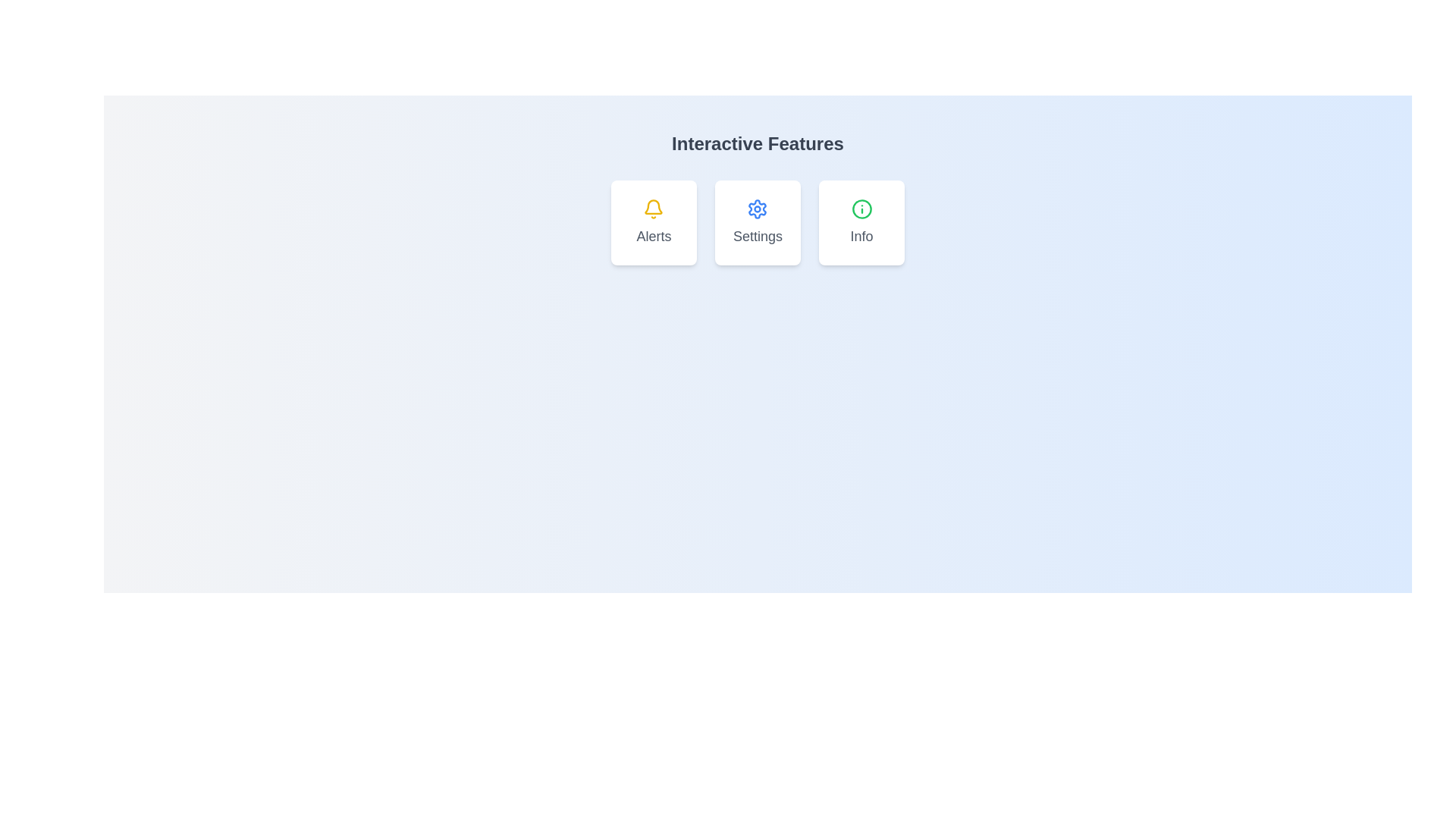 The image size is (1456, 819). I want to click on the inner curve of the yellow bell icon located in the 'Alerts' section of the interface, so click(654, 207).